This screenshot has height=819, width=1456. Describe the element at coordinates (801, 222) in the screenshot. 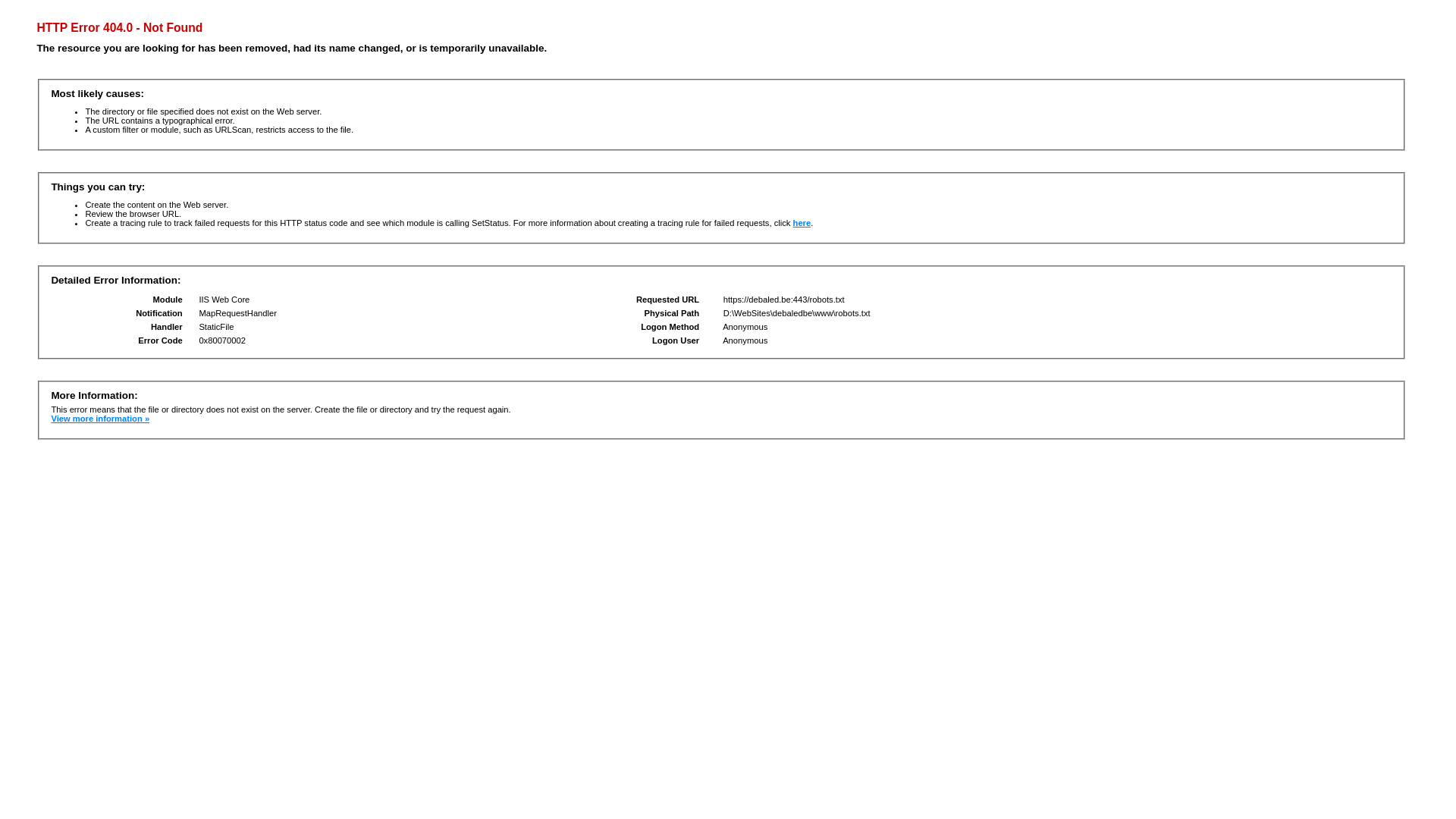

I see `'here'` at that location.